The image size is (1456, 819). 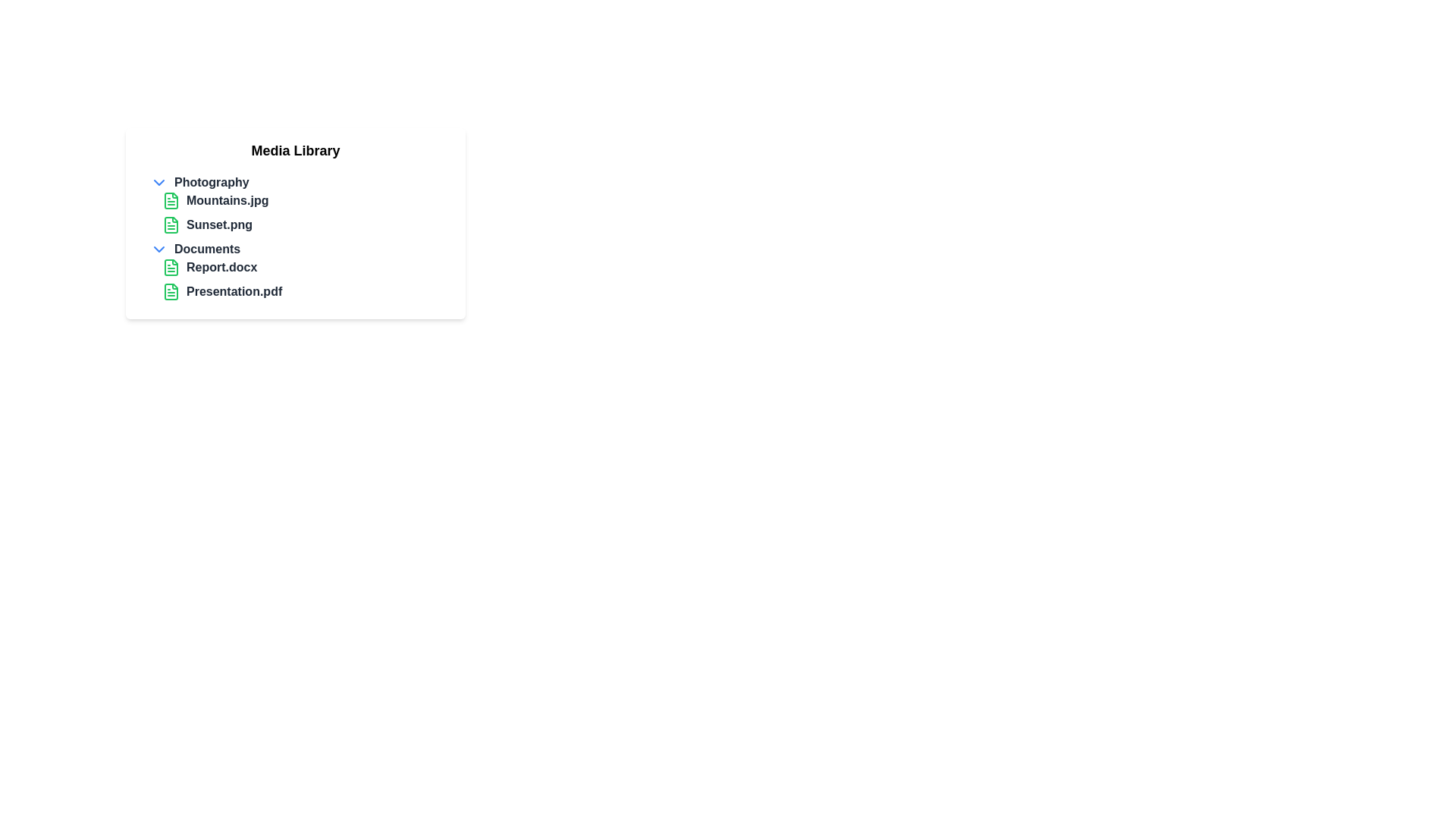 I want to click on the icon representing the file 'Sunset.png' located, so click(x=171, y=225).